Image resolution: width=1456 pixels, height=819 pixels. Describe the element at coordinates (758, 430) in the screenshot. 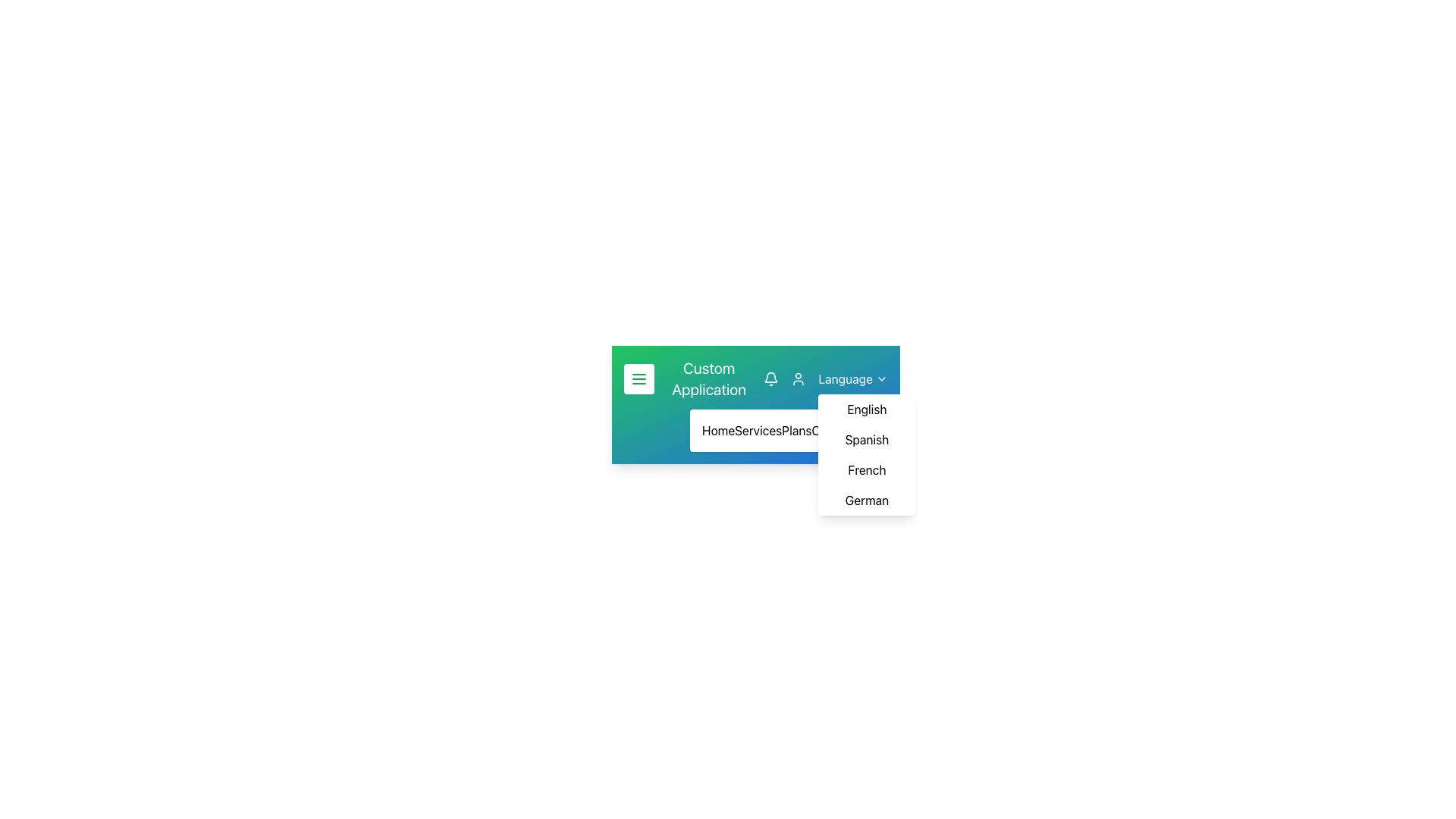

I see `the 'Services' text link` at that location.